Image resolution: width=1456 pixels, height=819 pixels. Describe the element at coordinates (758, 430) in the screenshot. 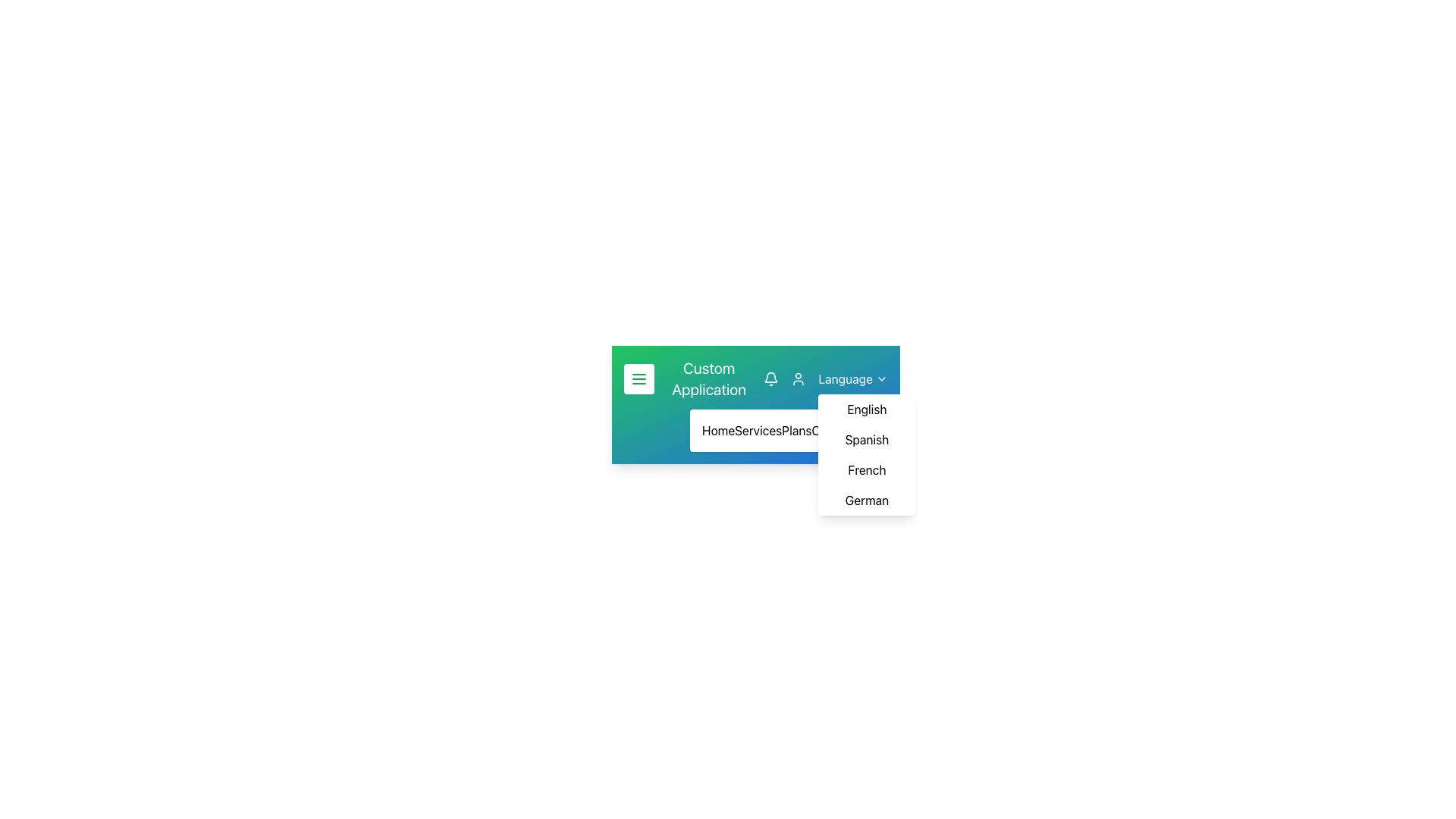

I see `the 'Services' text link` at that location.